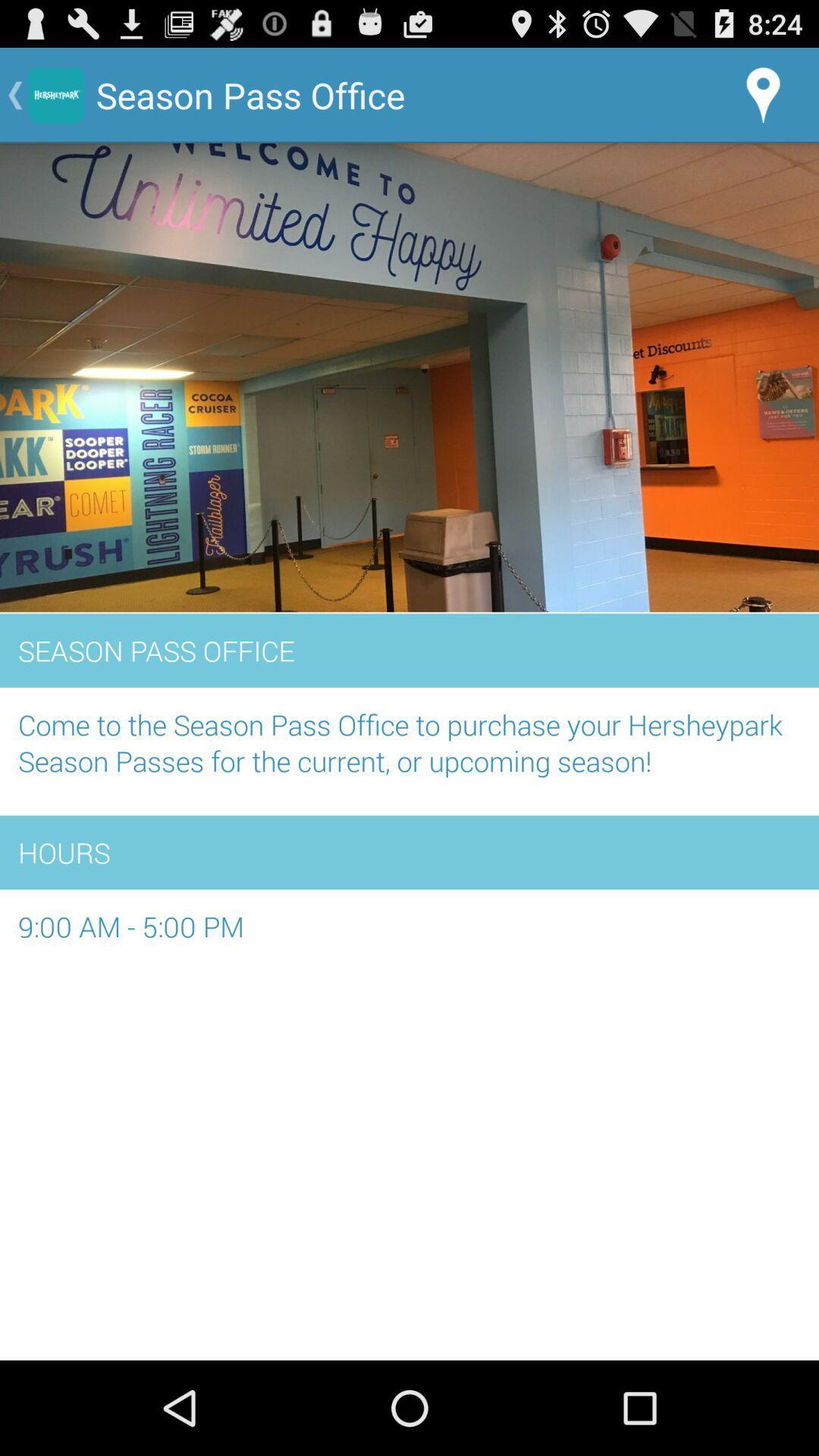  I want to click on the app above hours item, so click(409, 752).